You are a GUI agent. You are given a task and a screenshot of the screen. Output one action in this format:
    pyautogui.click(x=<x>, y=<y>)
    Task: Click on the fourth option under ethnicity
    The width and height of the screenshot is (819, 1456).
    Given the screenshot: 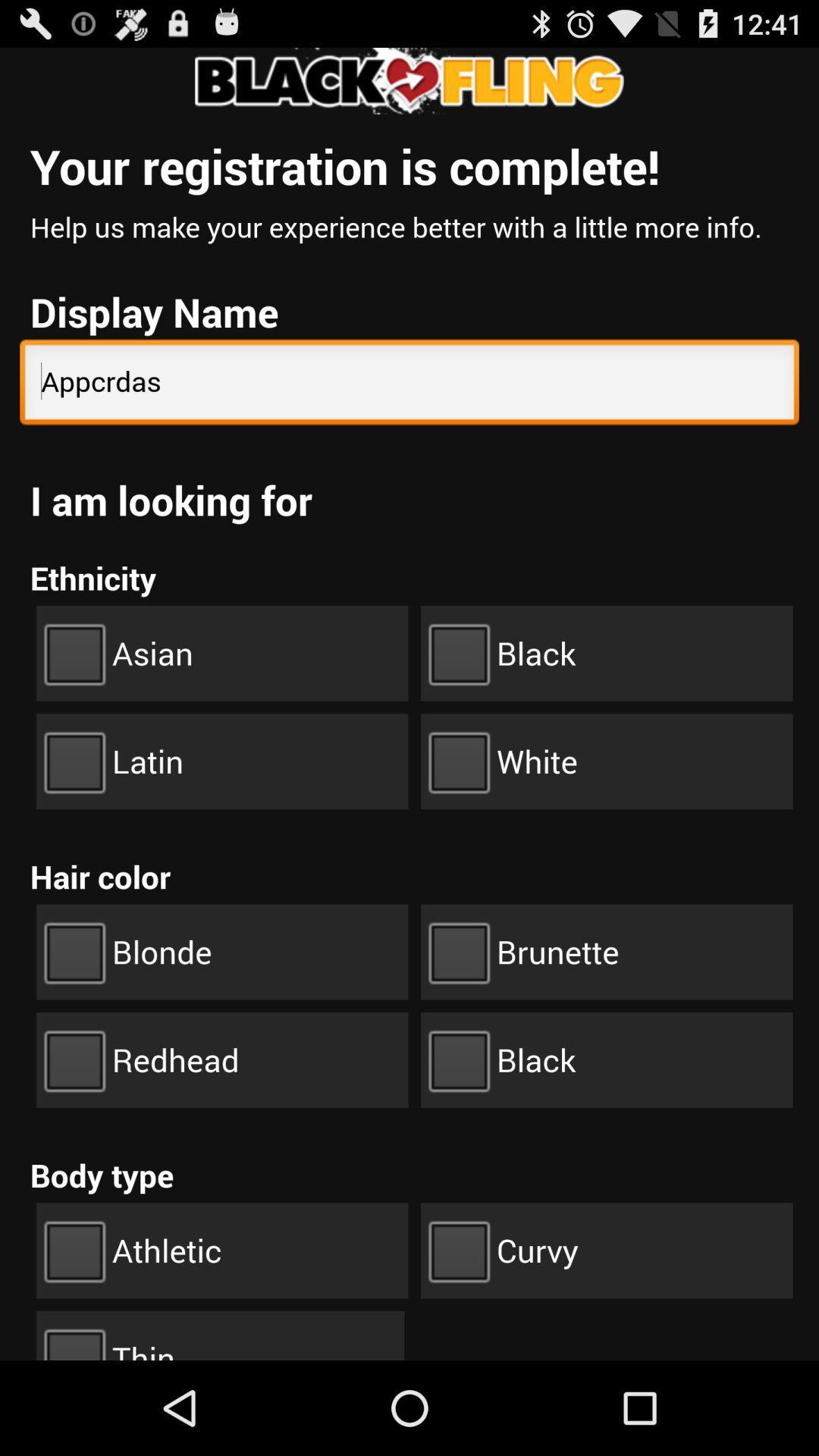 What is the action you would take?
    pyautogui.click(x=606, y=761)
    